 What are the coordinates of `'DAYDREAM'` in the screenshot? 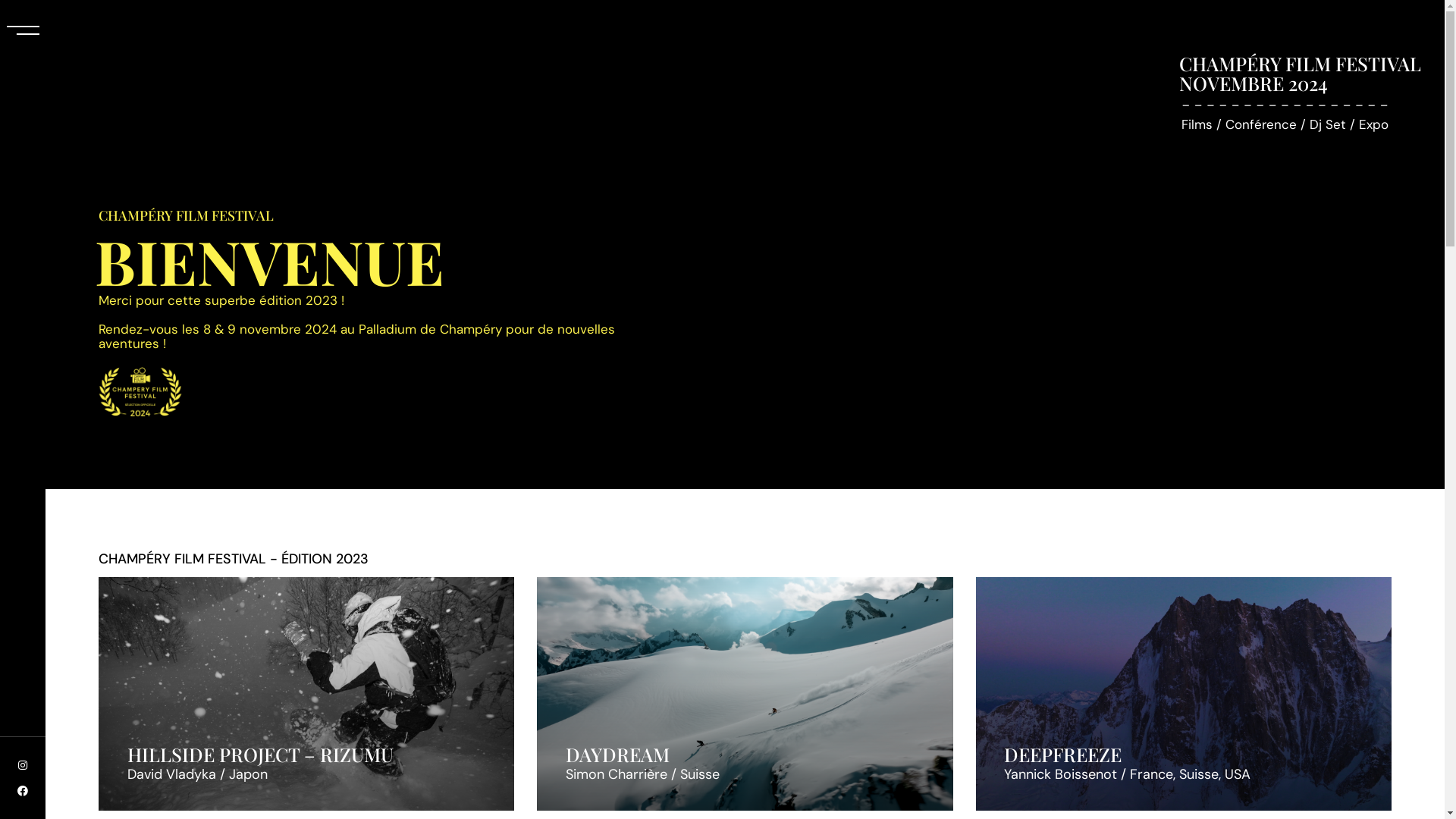 It's located at (617, 754).